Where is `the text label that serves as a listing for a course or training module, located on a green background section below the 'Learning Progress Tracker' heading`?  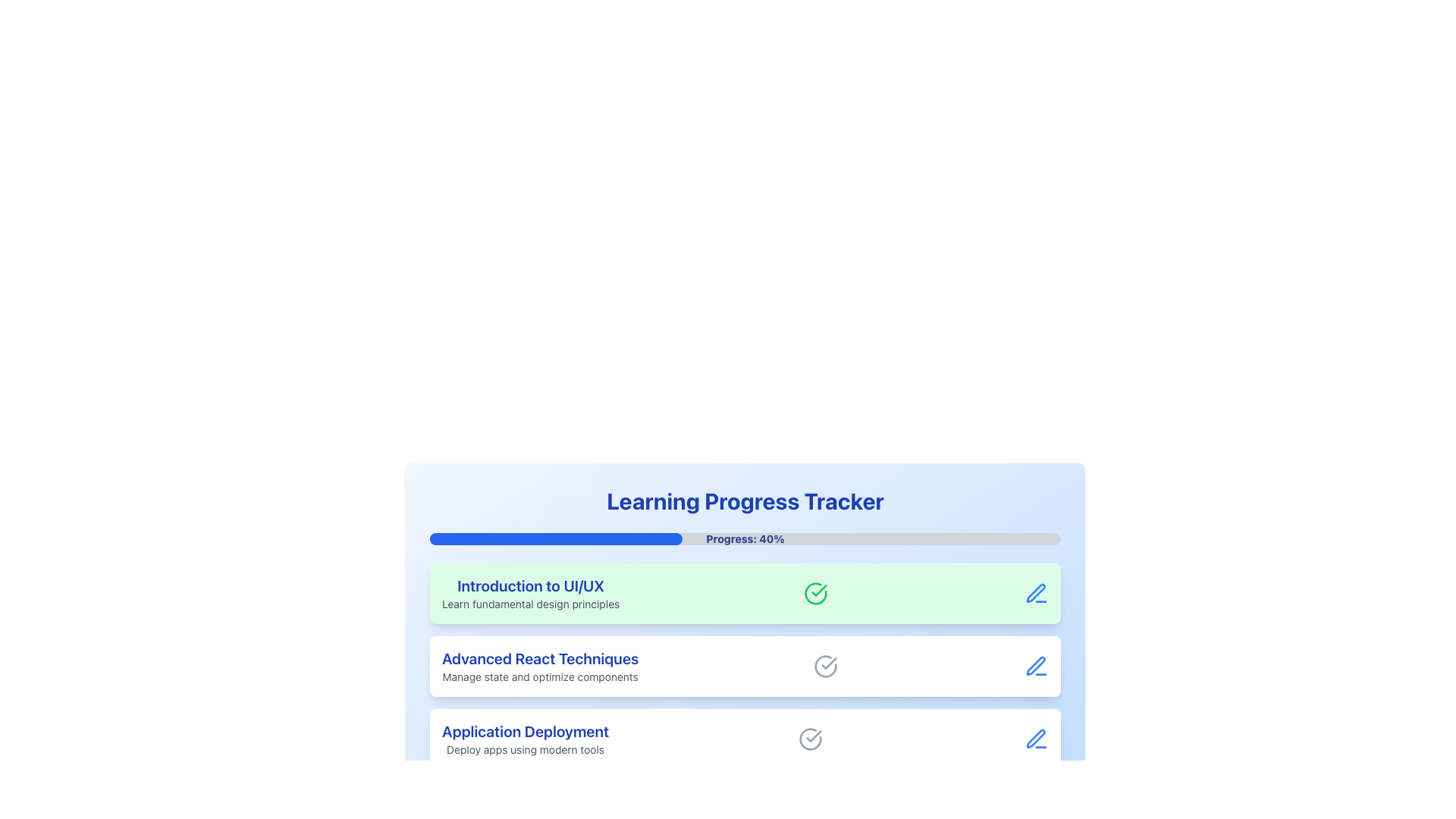 the text label that serves as a listing for a course or training module, located on a green background section below the 'Learning Progress Tracker' heading is located at coordinates (531, 593).